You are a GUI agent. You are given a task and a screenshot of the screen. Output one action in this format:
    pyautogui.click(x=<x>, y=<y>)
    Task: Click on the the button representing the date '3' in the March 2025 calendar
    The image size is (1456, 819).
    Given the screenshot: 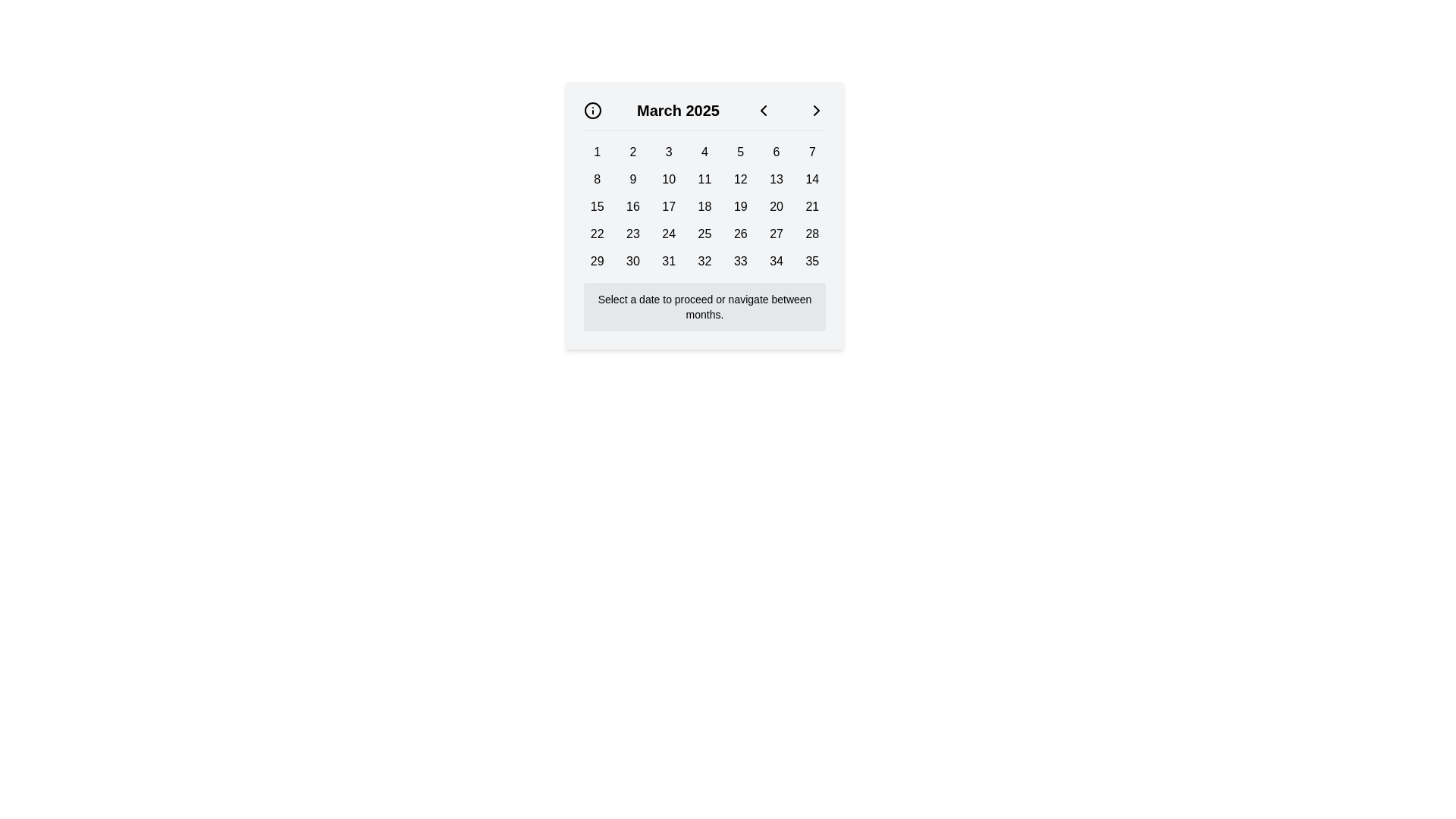 What is the action you would take?
    pyautogui.click(x=668, y=152)
    